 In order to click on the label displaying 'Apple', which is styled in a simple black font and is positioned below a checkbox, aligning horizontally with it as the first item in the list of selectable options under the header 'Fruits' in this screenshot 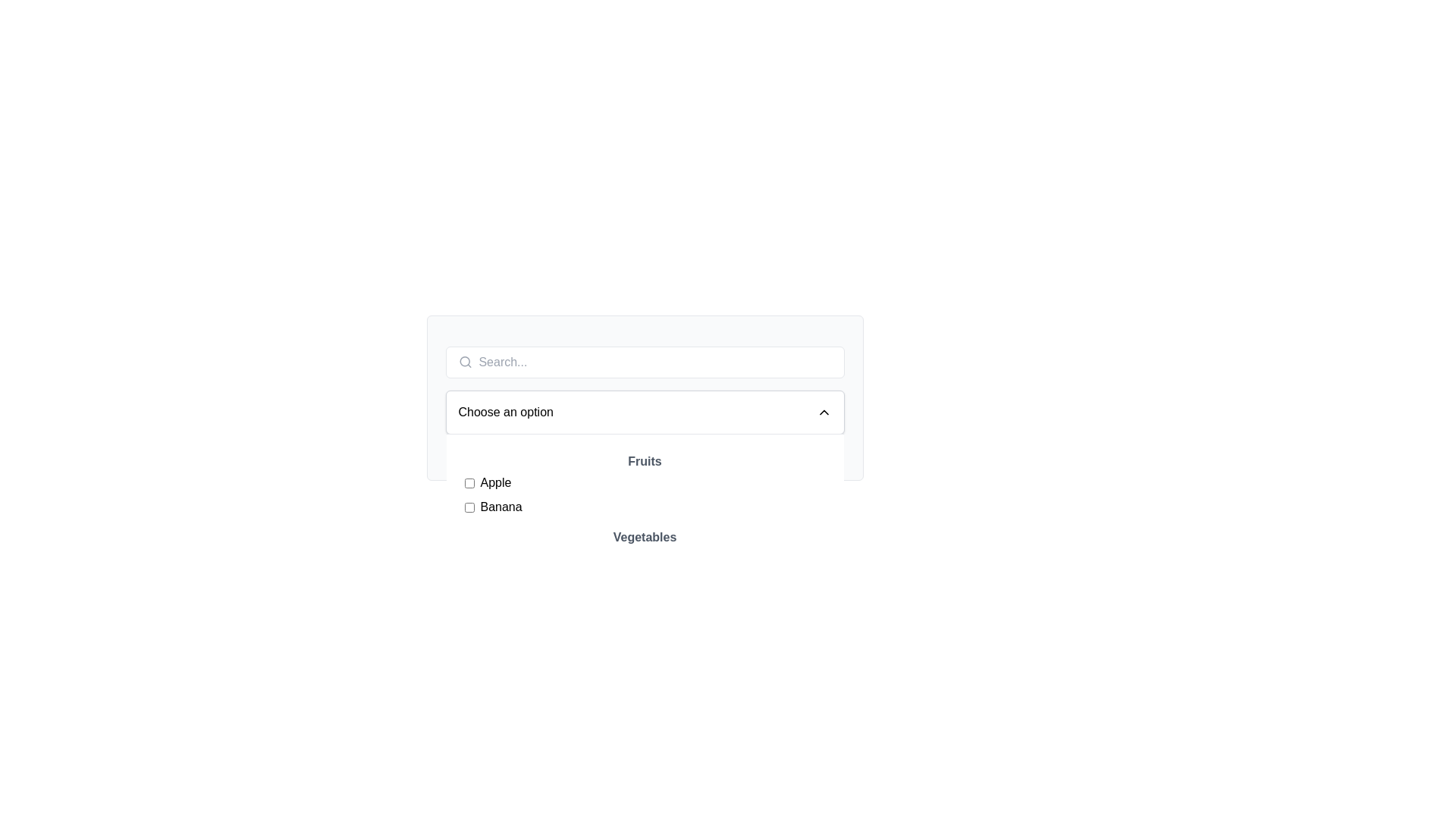, I will do `click(495, 482)`.